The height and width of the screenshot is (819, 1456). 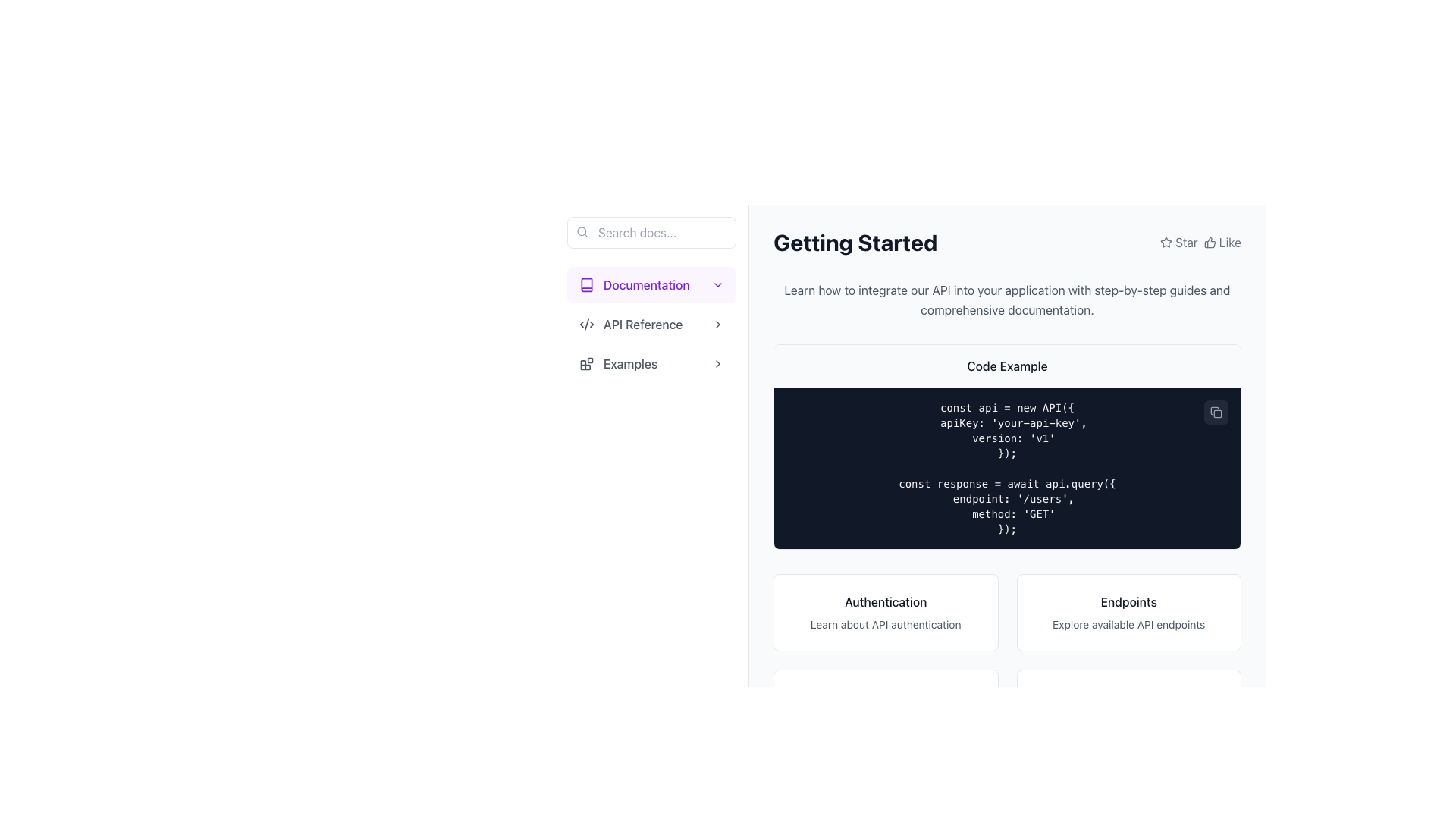 I want to click on the style of the book icon located next to the 'Documentation' label in the sidebar menu, so click(x=585, y=284).